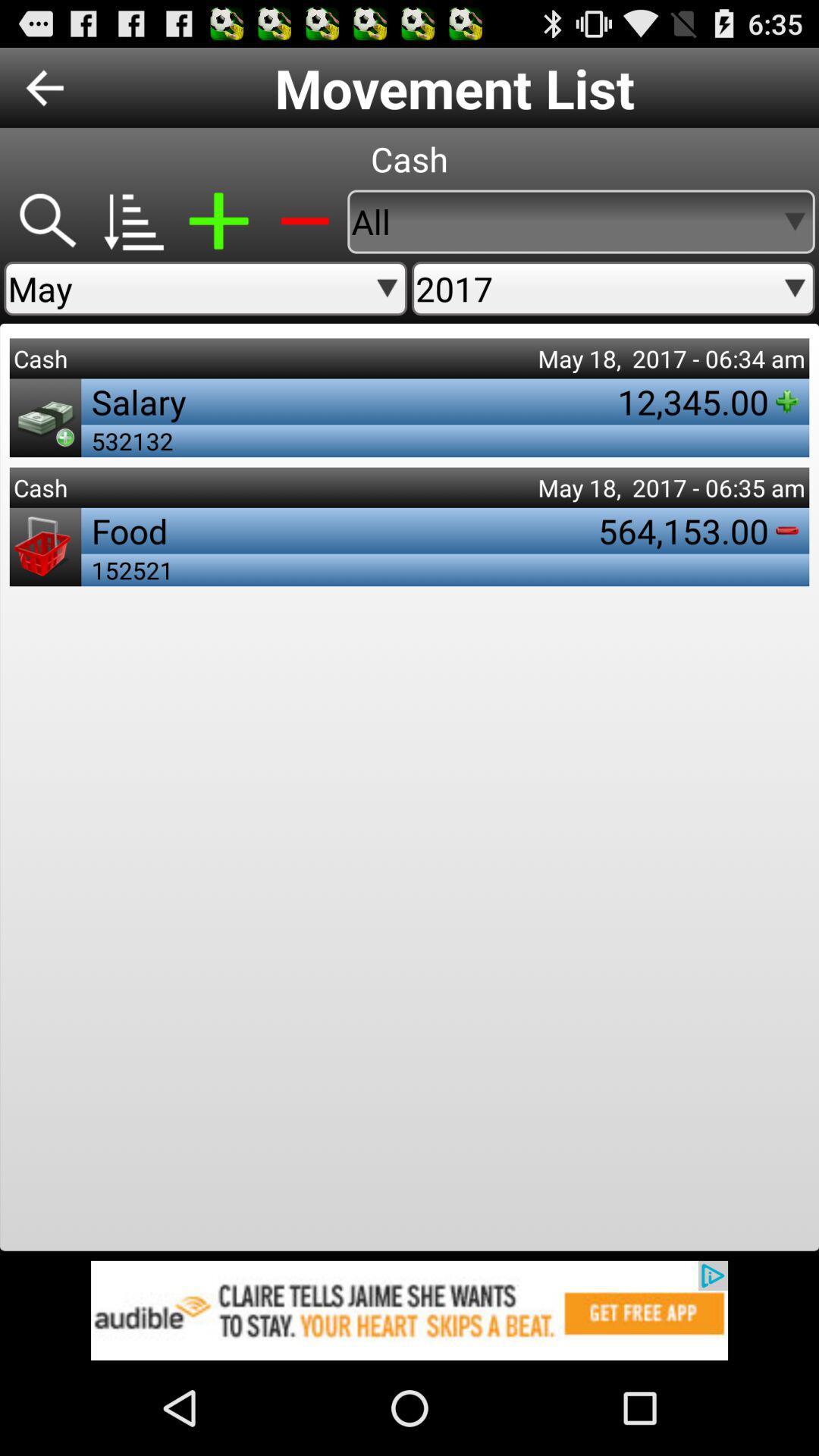 Image resolution: width=819 pixels, height=1456 pixels. What do you see at coordinates (218, 221) in the screenshot?
I see `money to movement list` at bounding box center [218, 221].